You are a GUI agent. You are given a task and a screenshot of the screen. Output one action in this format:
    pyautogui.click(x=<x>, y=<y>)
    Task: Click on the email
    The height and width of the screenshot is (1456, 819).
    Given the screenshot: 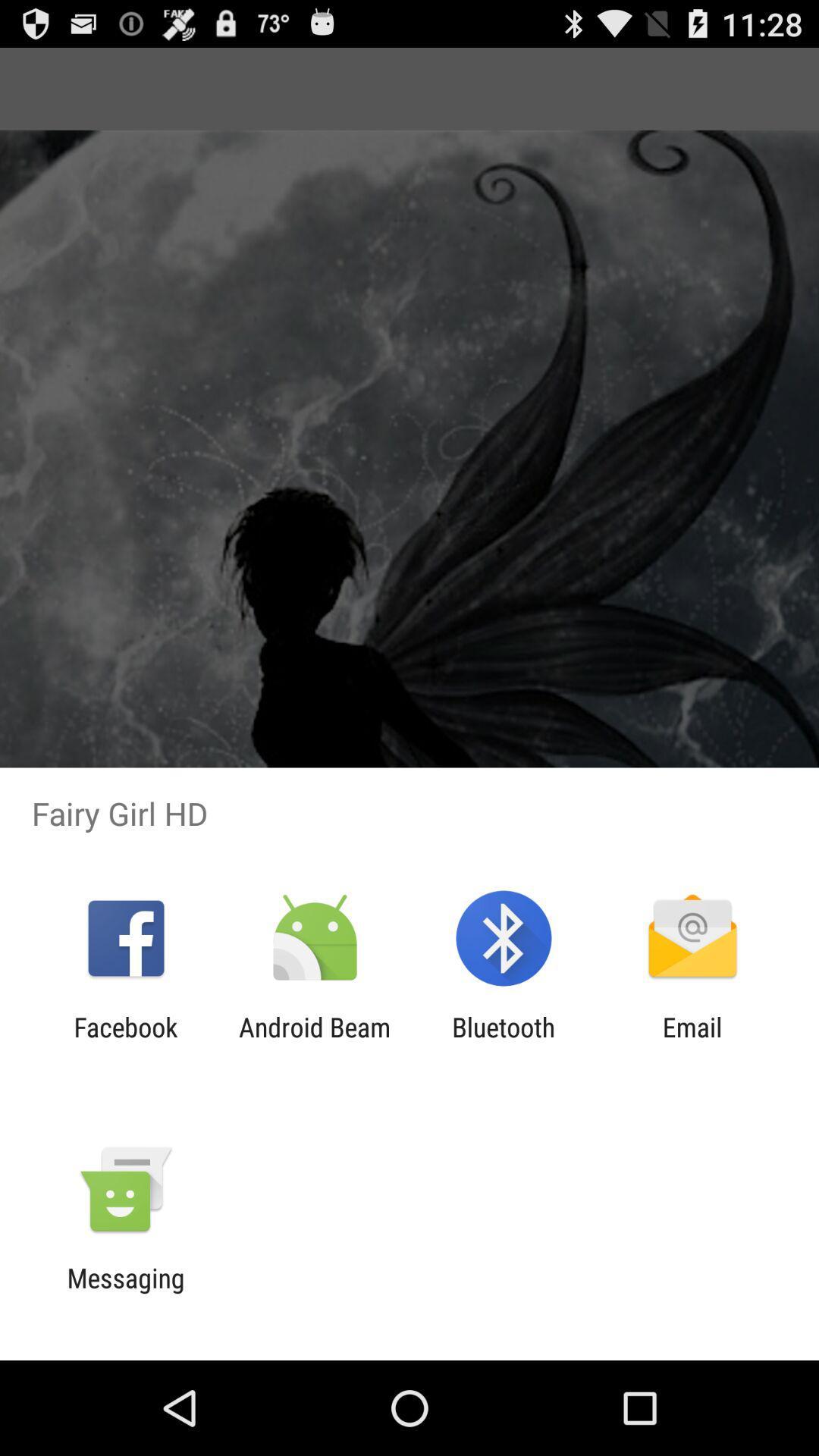 What is the action you would take?
    pyautogui.click(x=692, y=1042)
    